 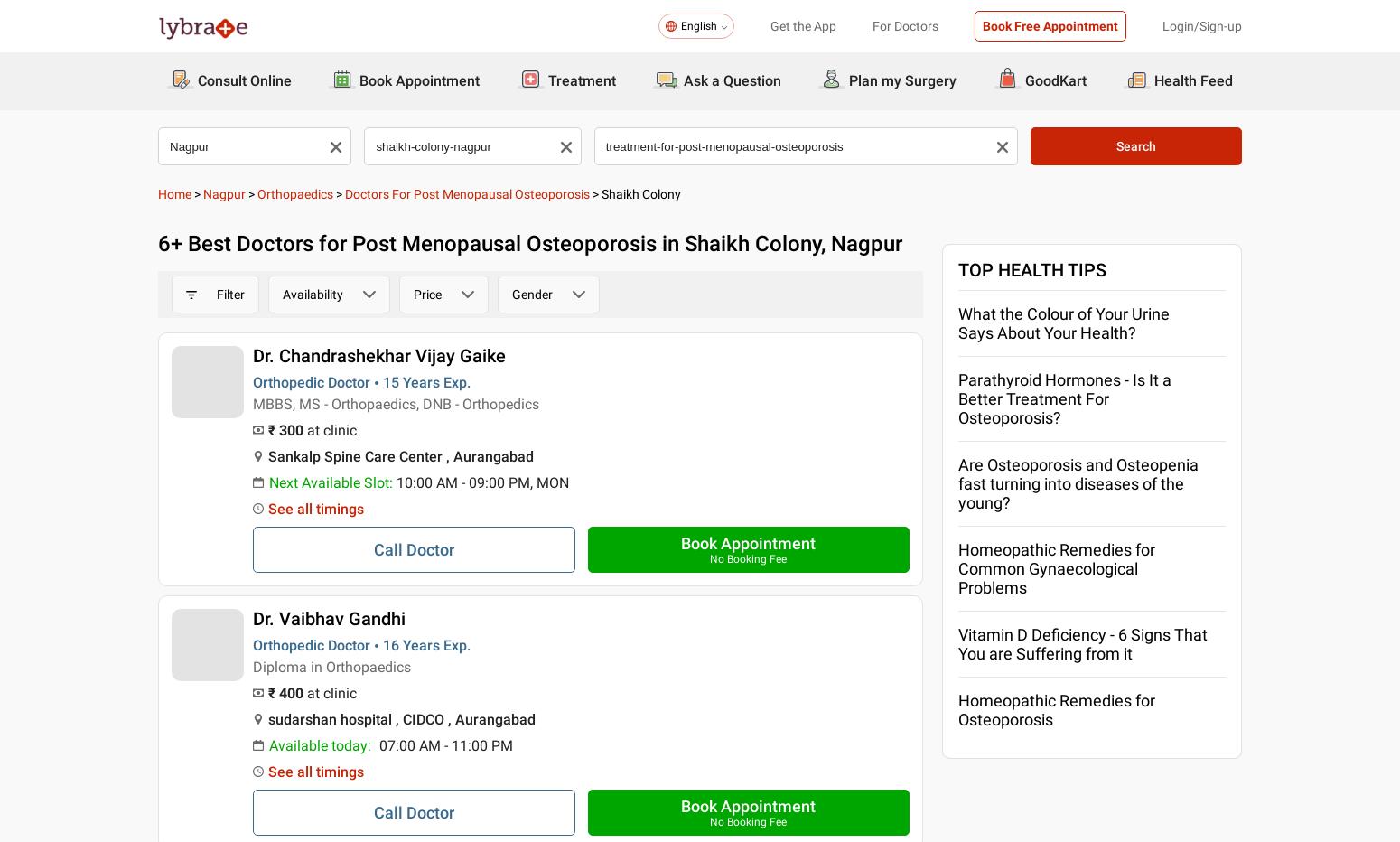 What do you see at coordinates (1064, 322) in the screenshot?
I see `'What the Colour of Your Urine Says About Your Health?'` at bounding box center [1064, 322].